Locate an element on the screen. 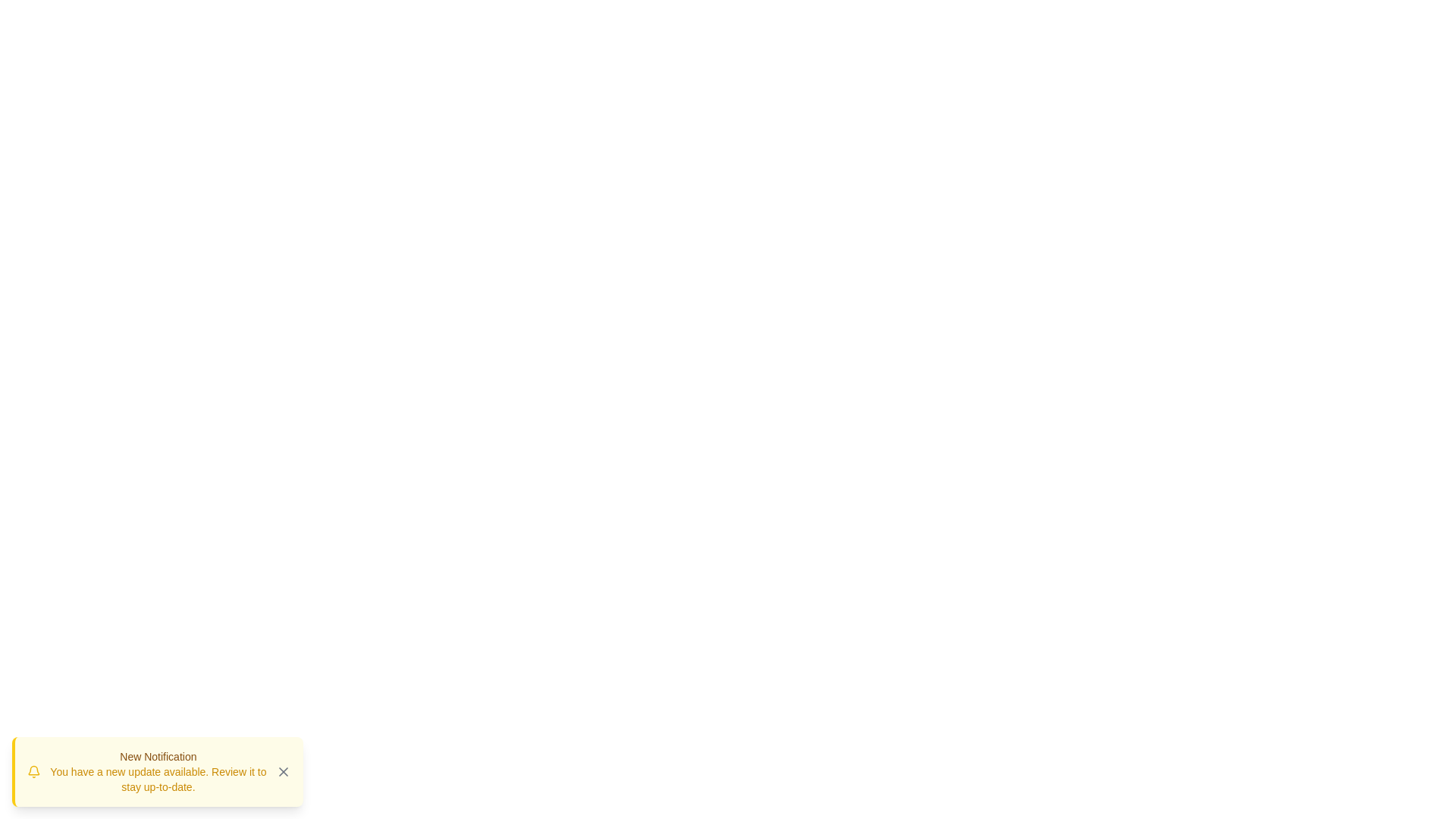  the gray 'X' icon in the notification box located at the far right, which changes color on hover is located at coordinates (284, 772).